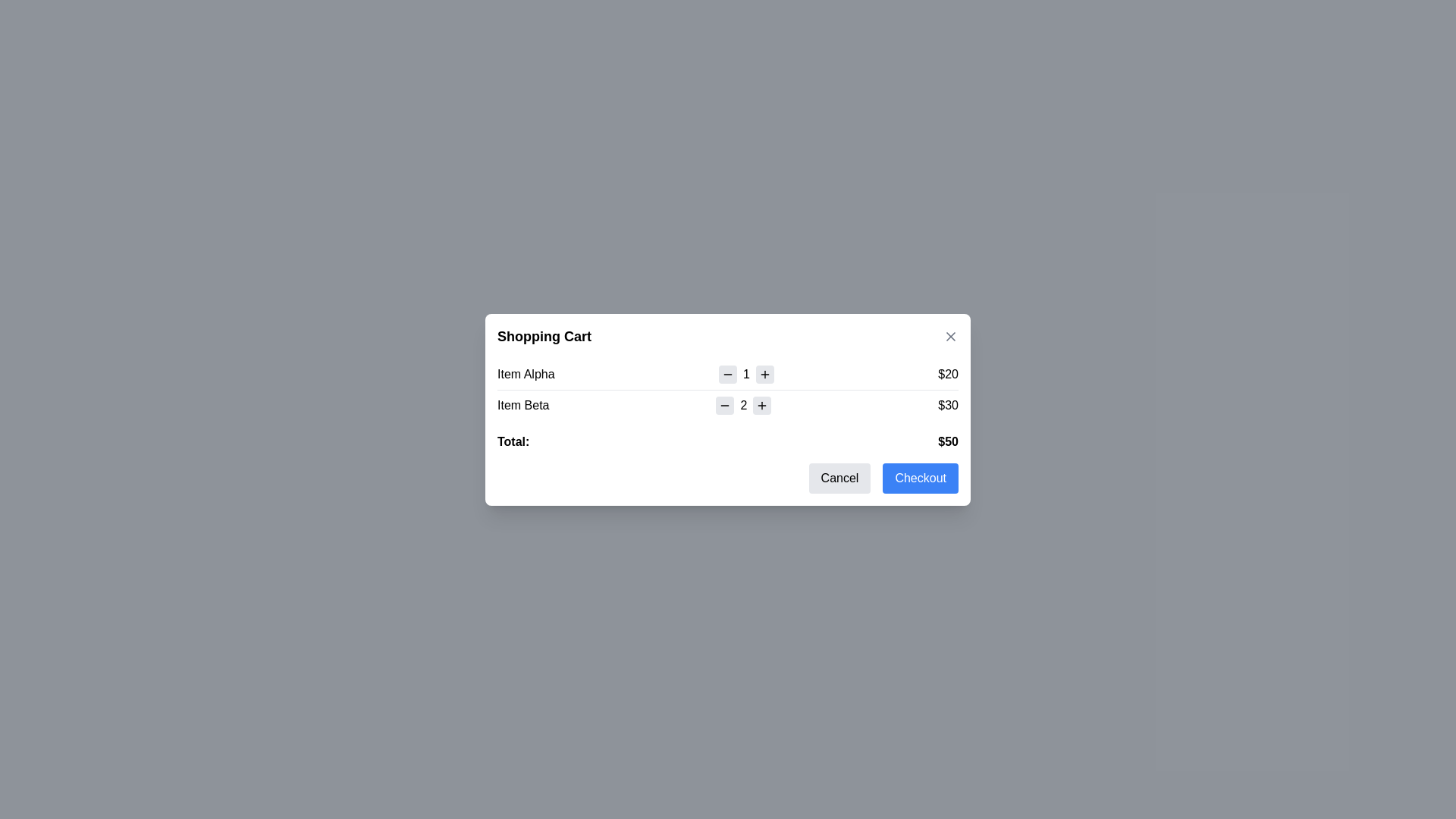 The image size is (1456, 819). What do you see at coordinates (724, 404) in the screenshot?
I see `the small square-shaped button with a gray background and a minus symbol, located in the quantity adjustment section for 'Item Beta' in the shopping cart interface` at bounding box center [724, 404].